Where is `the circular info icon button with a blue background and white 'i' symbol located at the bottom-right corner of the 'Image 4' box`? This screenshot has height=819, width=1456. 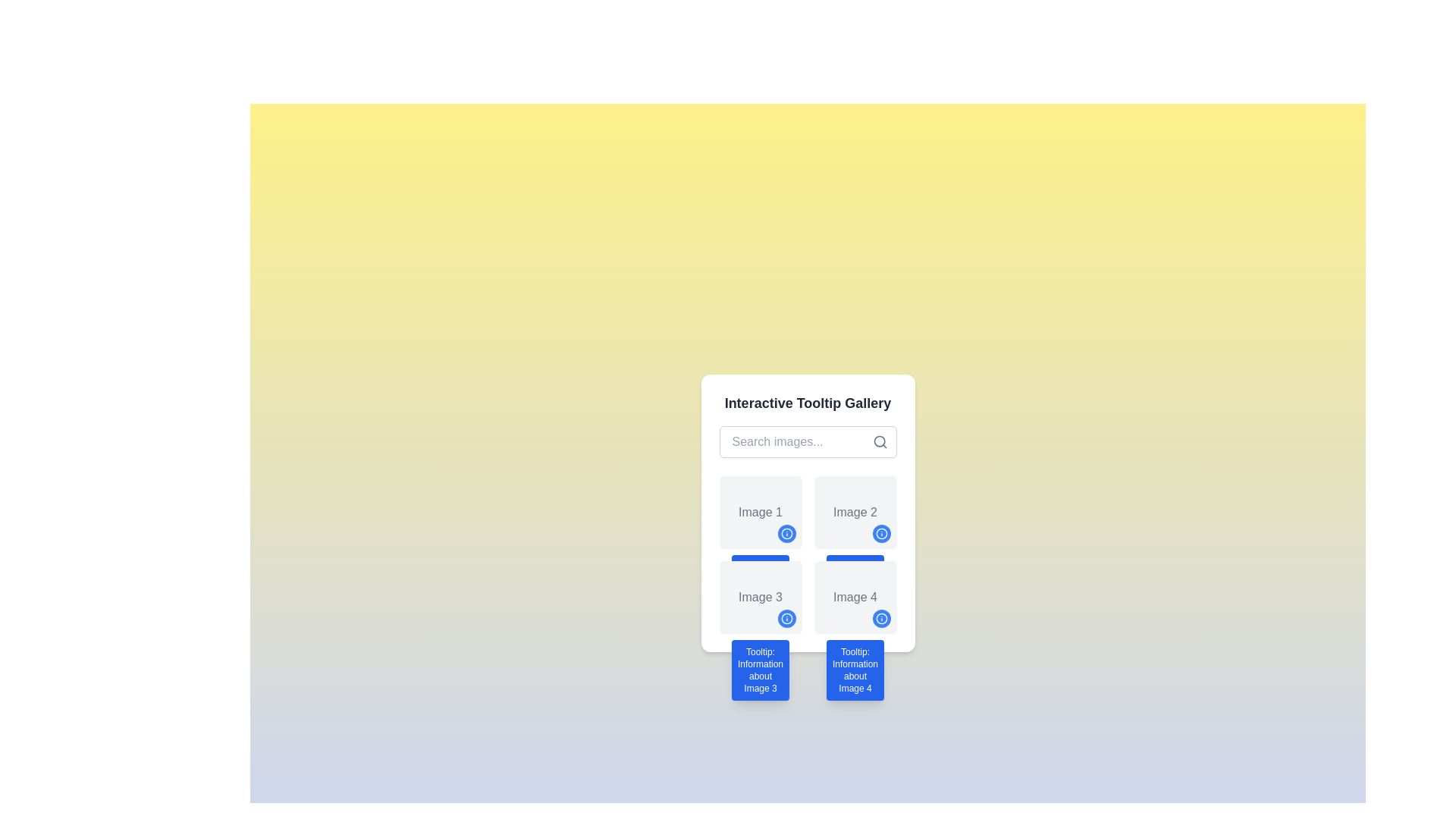
the circular info icon button with a blue background and white 'i' symbol located at the bottom-right corner of the 'Image 4' box is located at coordinates (786, 533).